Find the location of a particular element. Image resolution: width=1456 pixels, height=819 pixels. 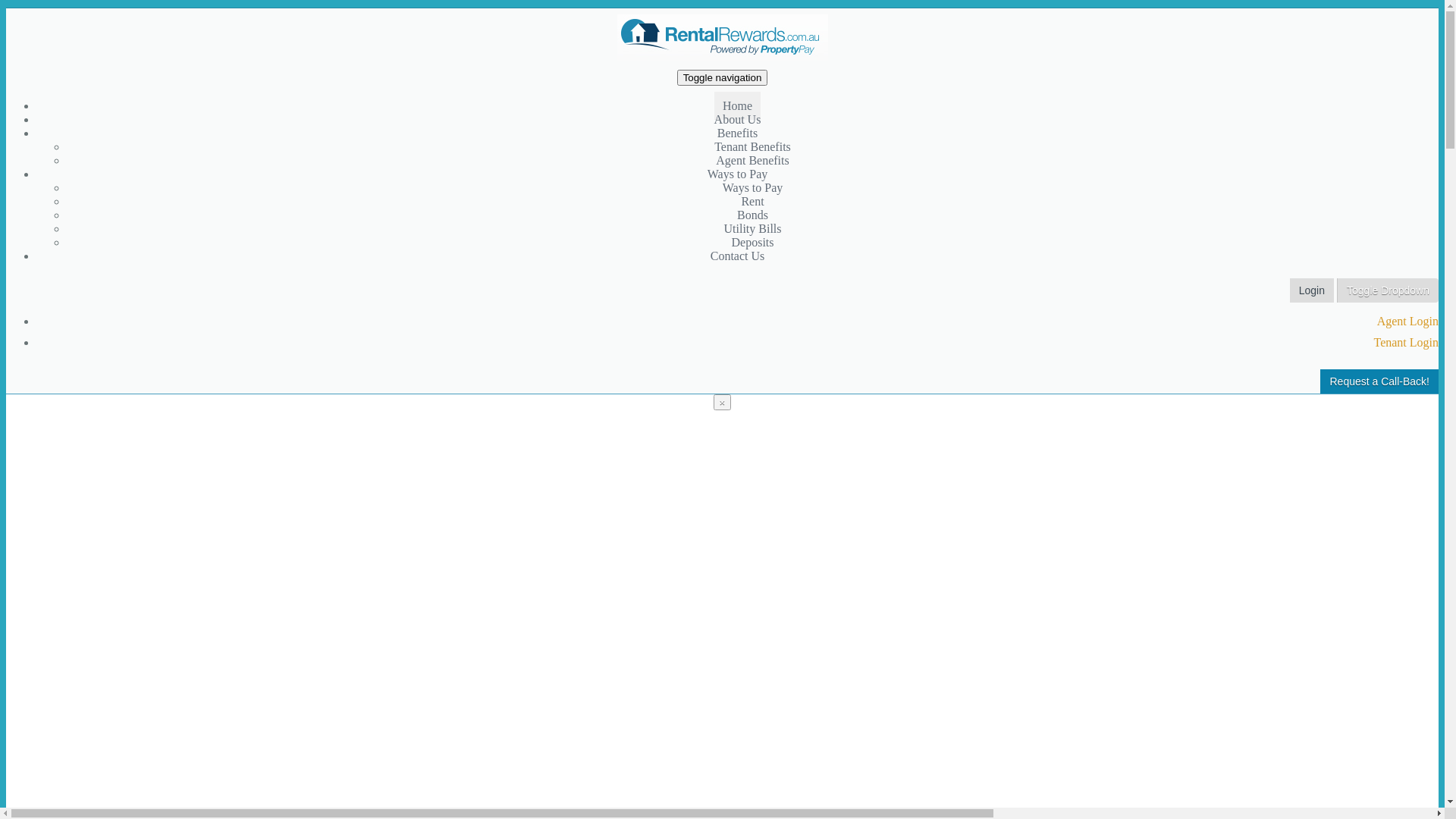

'Agent Login' is located at coordinates (1376, 320).